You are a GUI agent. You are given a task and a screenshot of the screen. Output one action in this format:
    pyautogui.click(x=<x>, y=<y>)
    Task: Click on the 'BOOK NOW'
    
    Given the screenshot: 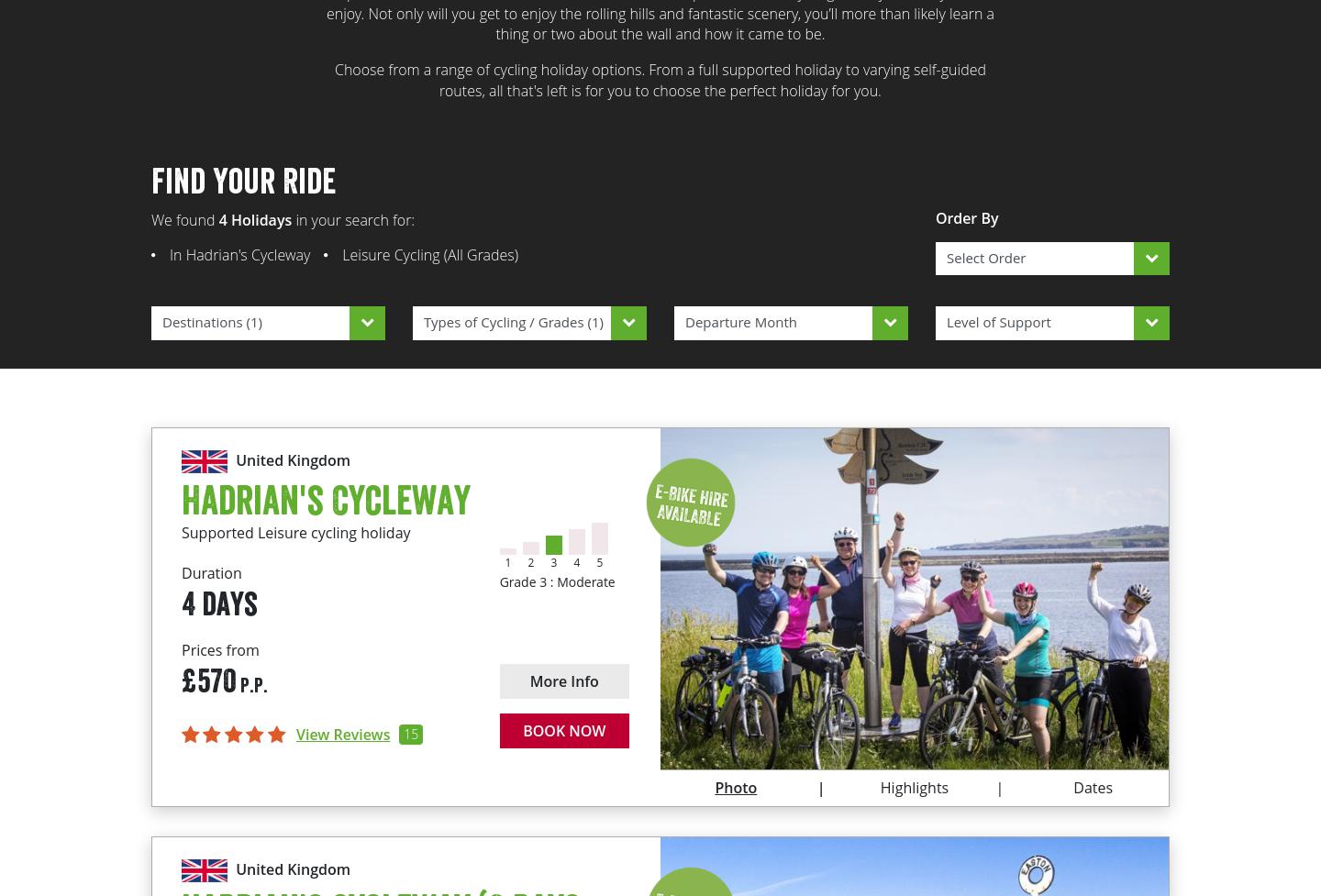 What is the action you would take?
    pyautogui.click(x=522, y=731)
    